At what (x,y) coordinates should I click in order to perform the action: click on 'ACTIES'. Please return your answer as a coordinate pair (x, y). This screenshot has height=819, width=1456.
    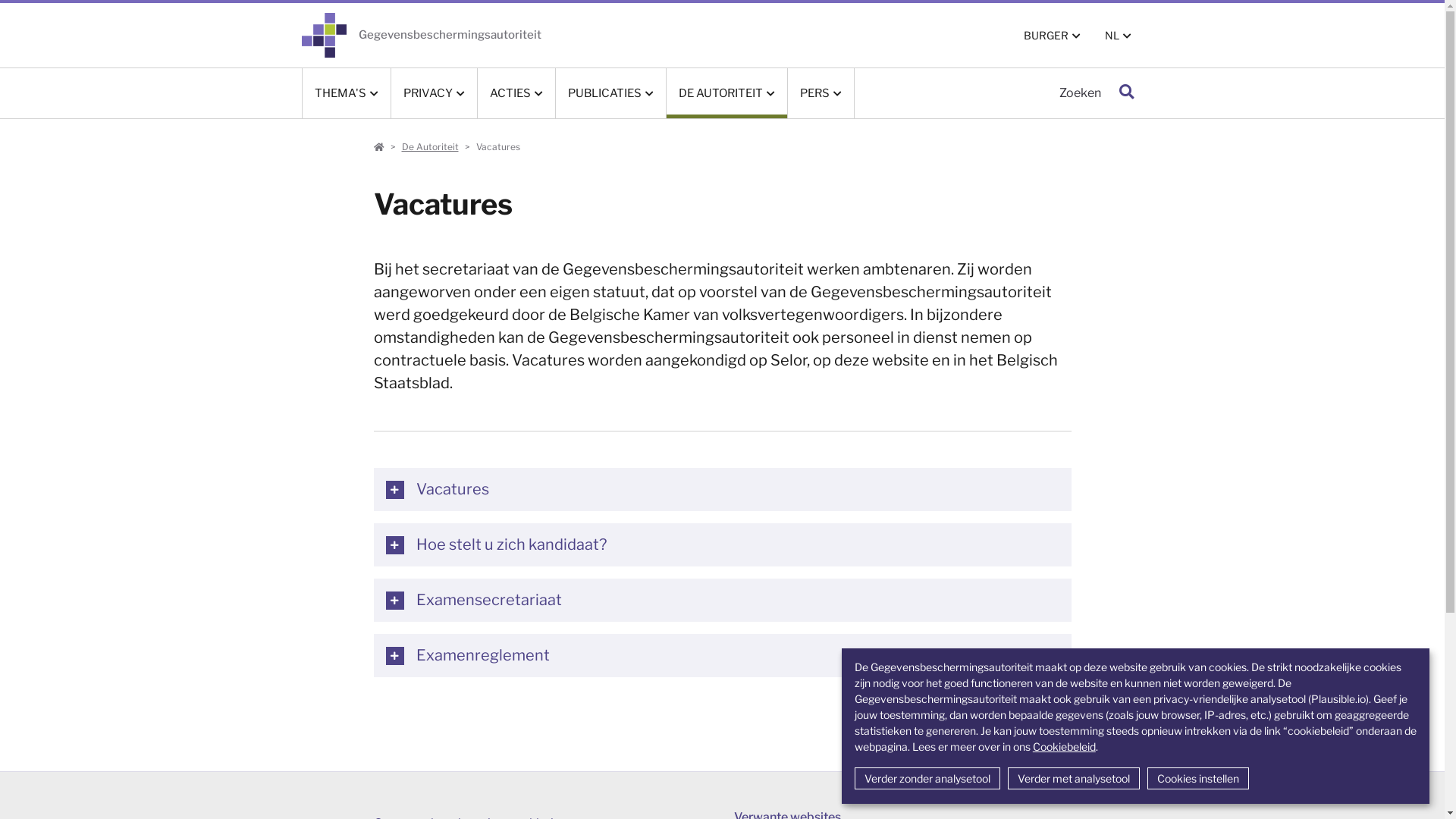
    Looking at the image, I should click on (476, 93).